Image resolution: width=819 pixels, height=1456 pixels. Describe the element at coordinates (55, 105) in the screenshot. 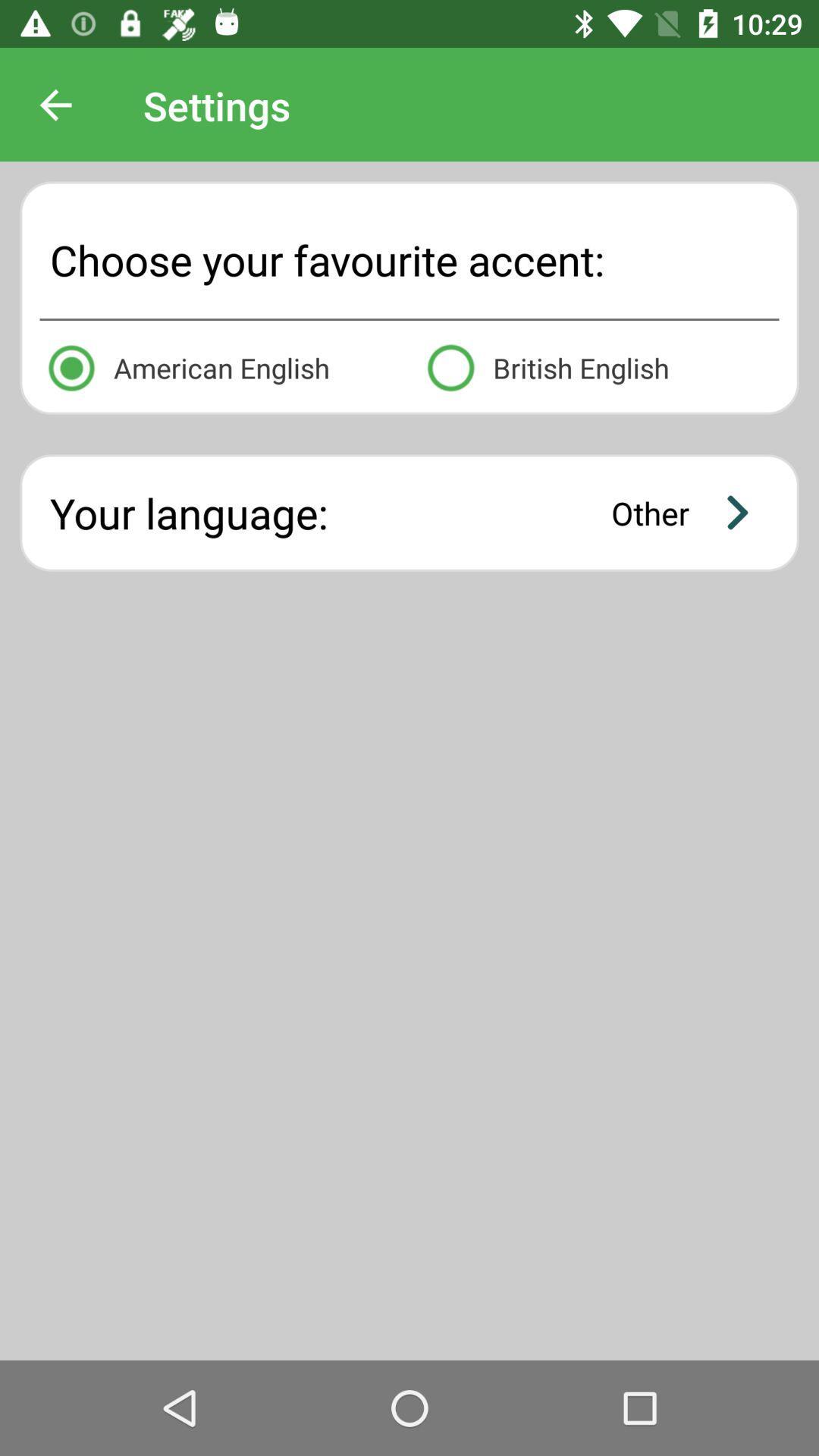

I see `icon next to the settings` at that location.